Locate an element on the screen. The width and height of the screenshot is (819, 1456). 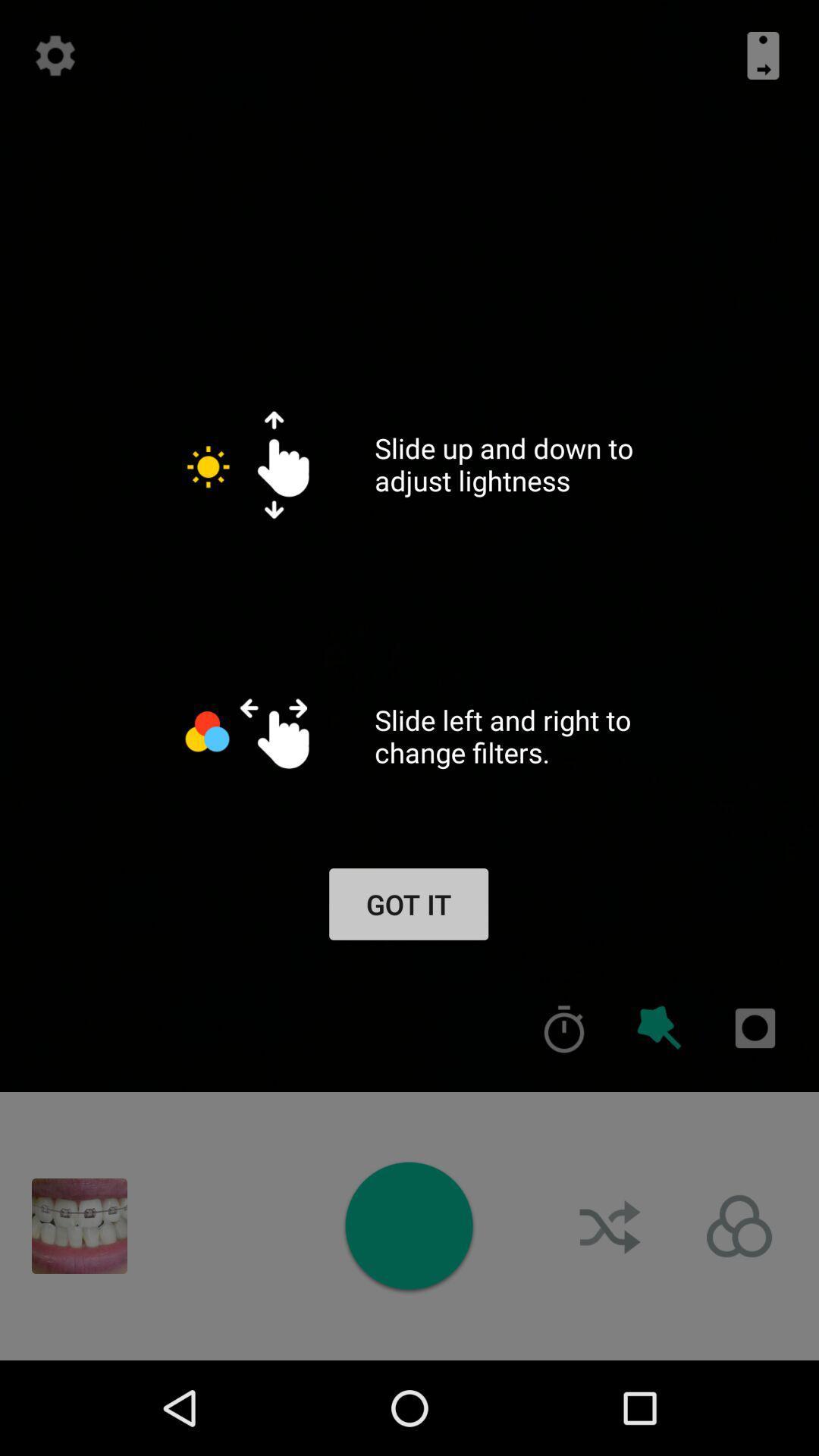
choose filter is located at coordinates (739, 1226).